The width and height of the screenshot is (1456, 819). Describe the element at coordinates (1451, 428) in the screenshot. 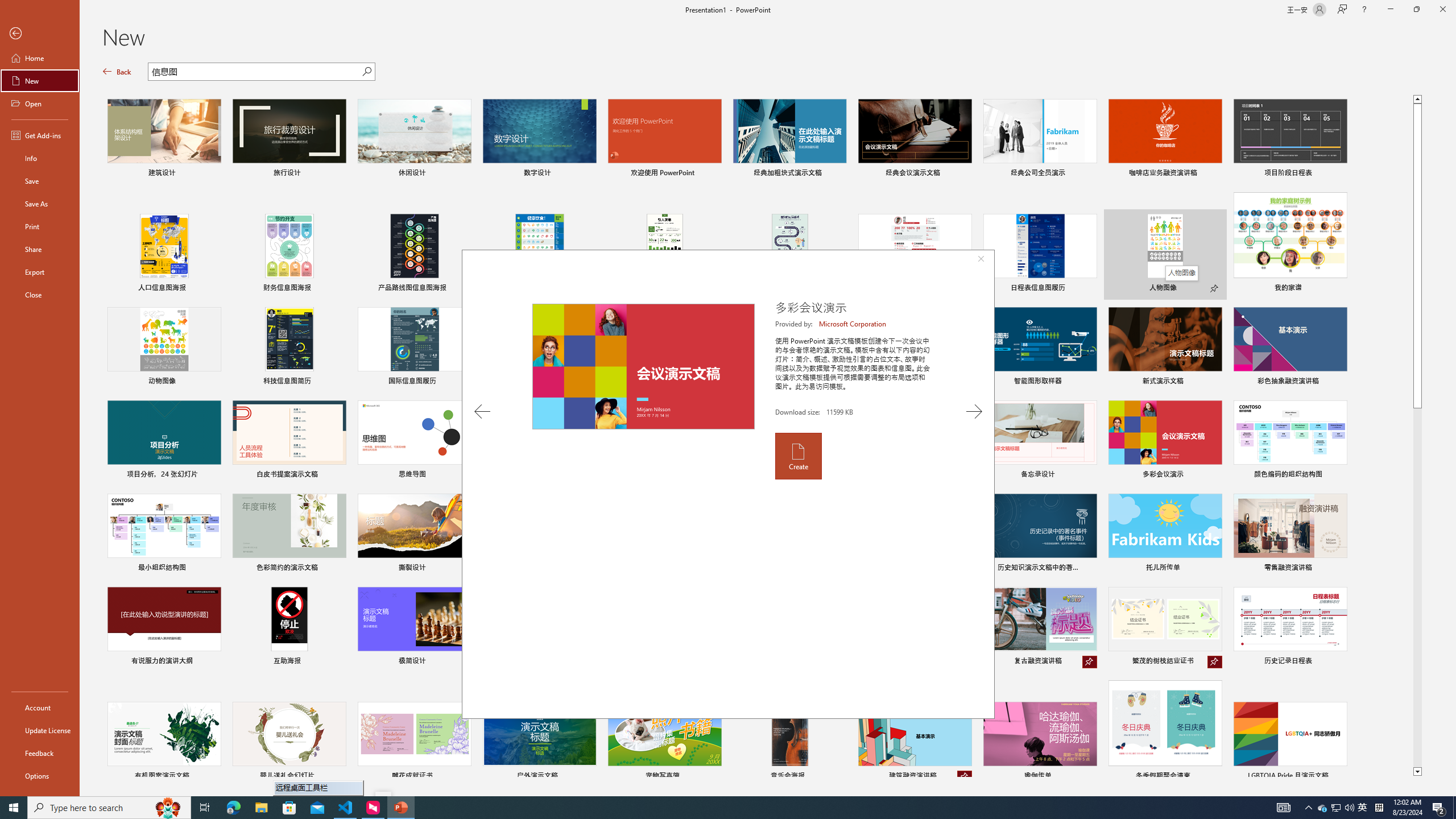

I see `'Class: NetUIScrollBar'` at that location.